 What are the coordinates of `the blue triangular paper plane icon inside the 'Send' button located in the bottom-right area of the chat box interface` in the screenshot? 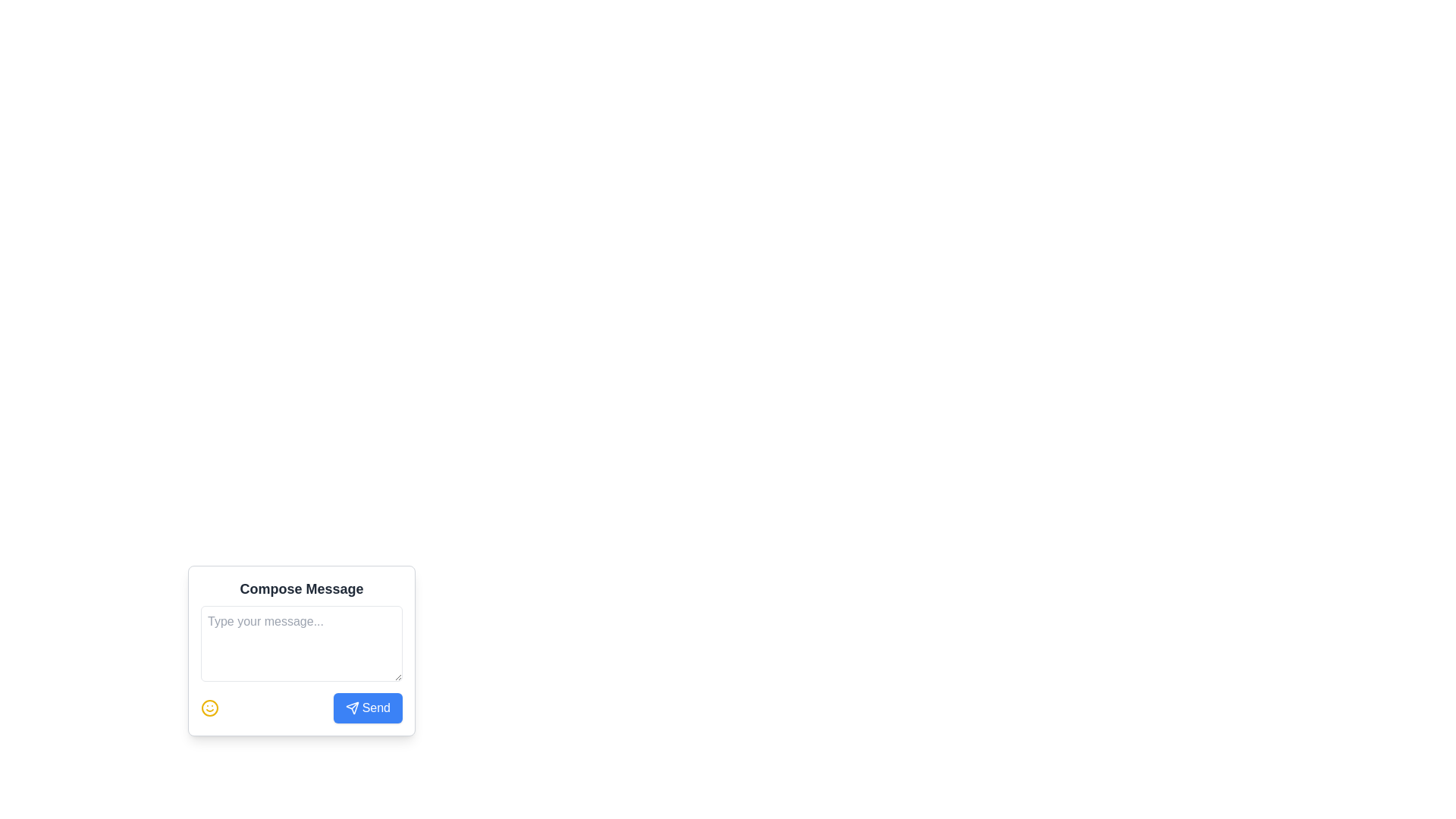 It's located at (351, 708).